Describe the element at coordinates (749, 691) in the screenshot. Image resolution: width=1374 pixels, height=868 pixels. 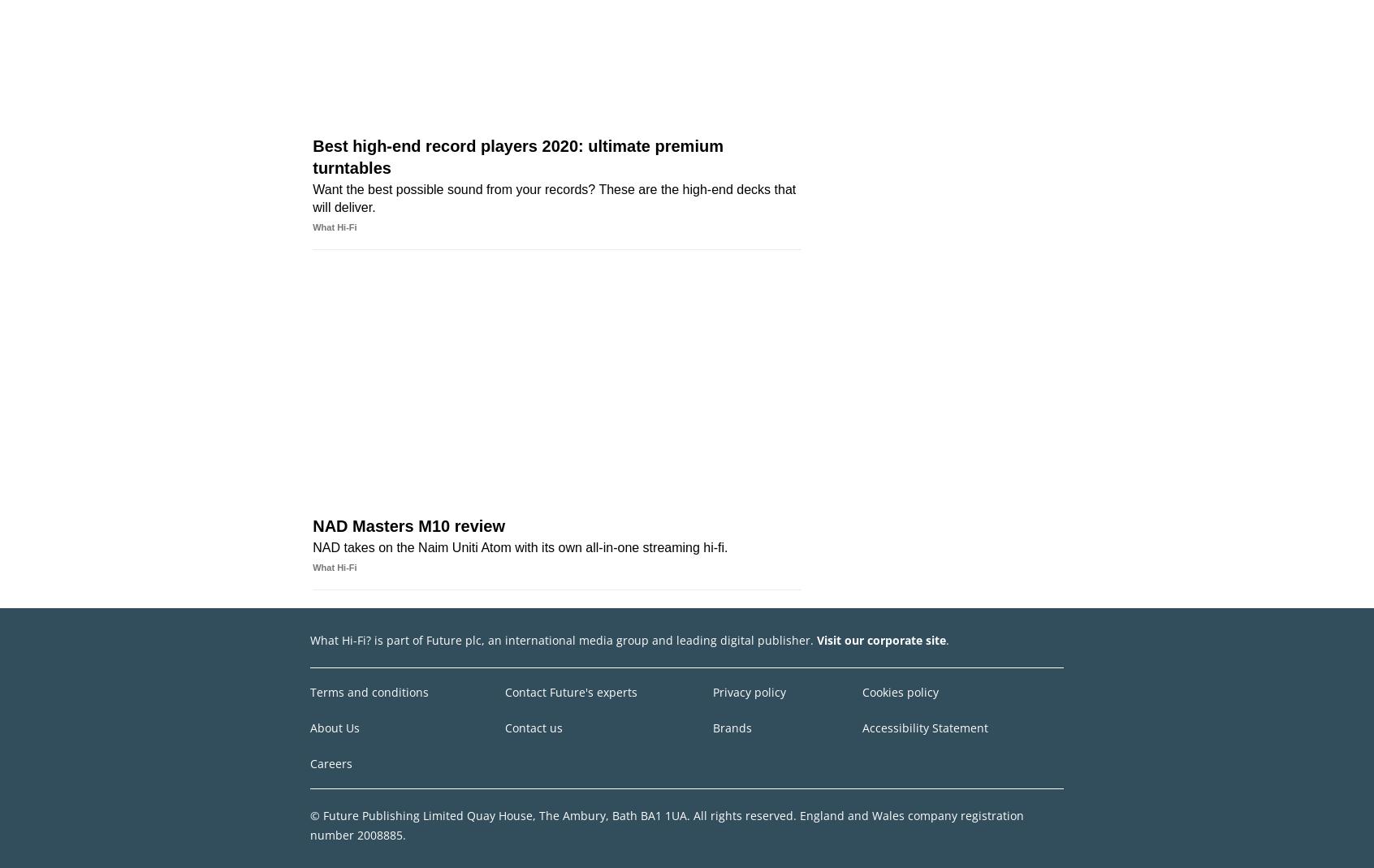
I see `'Privacy policy'` at that location.